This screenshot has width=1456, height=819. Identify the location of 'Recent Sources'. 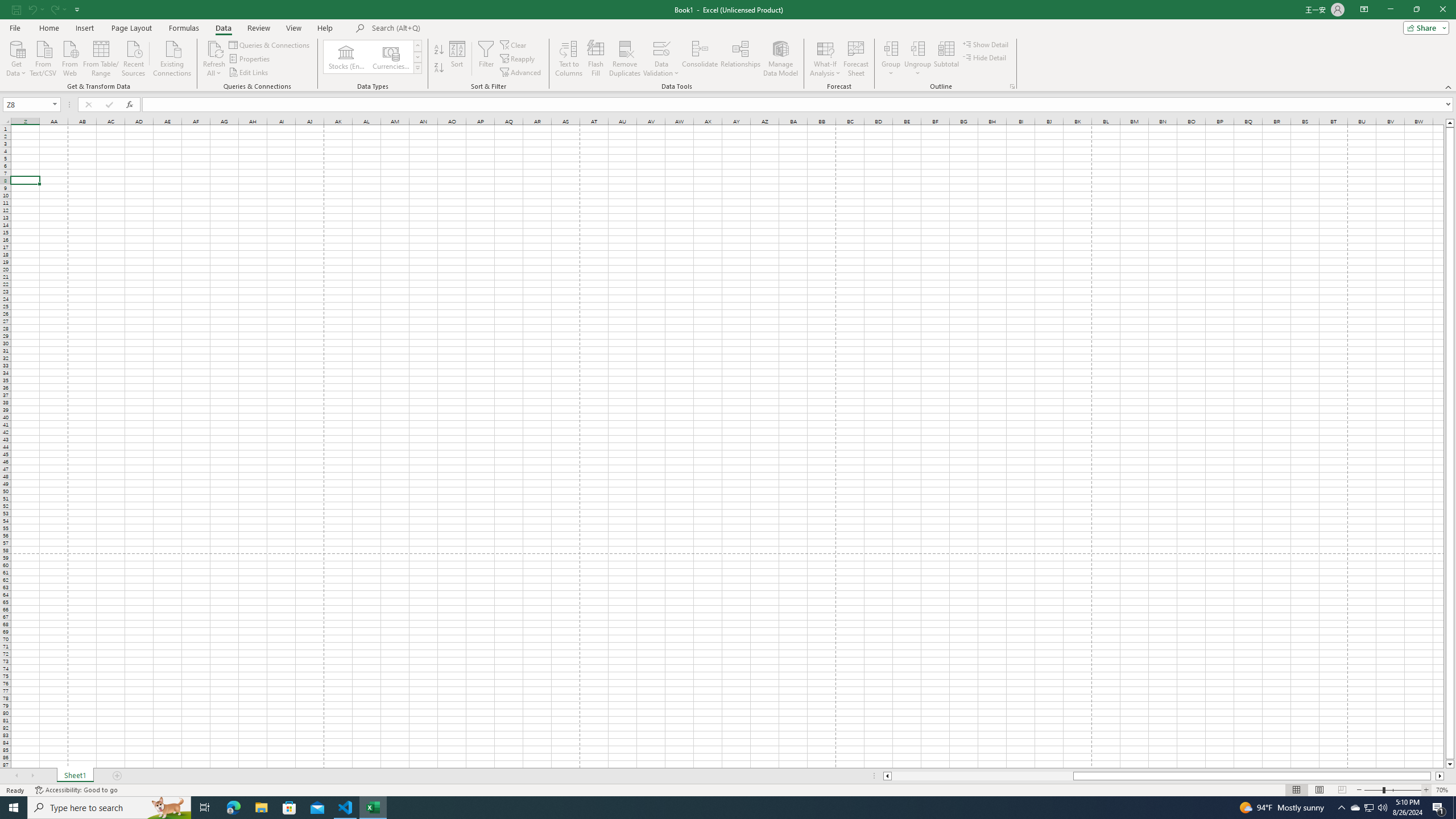
(134, 57).